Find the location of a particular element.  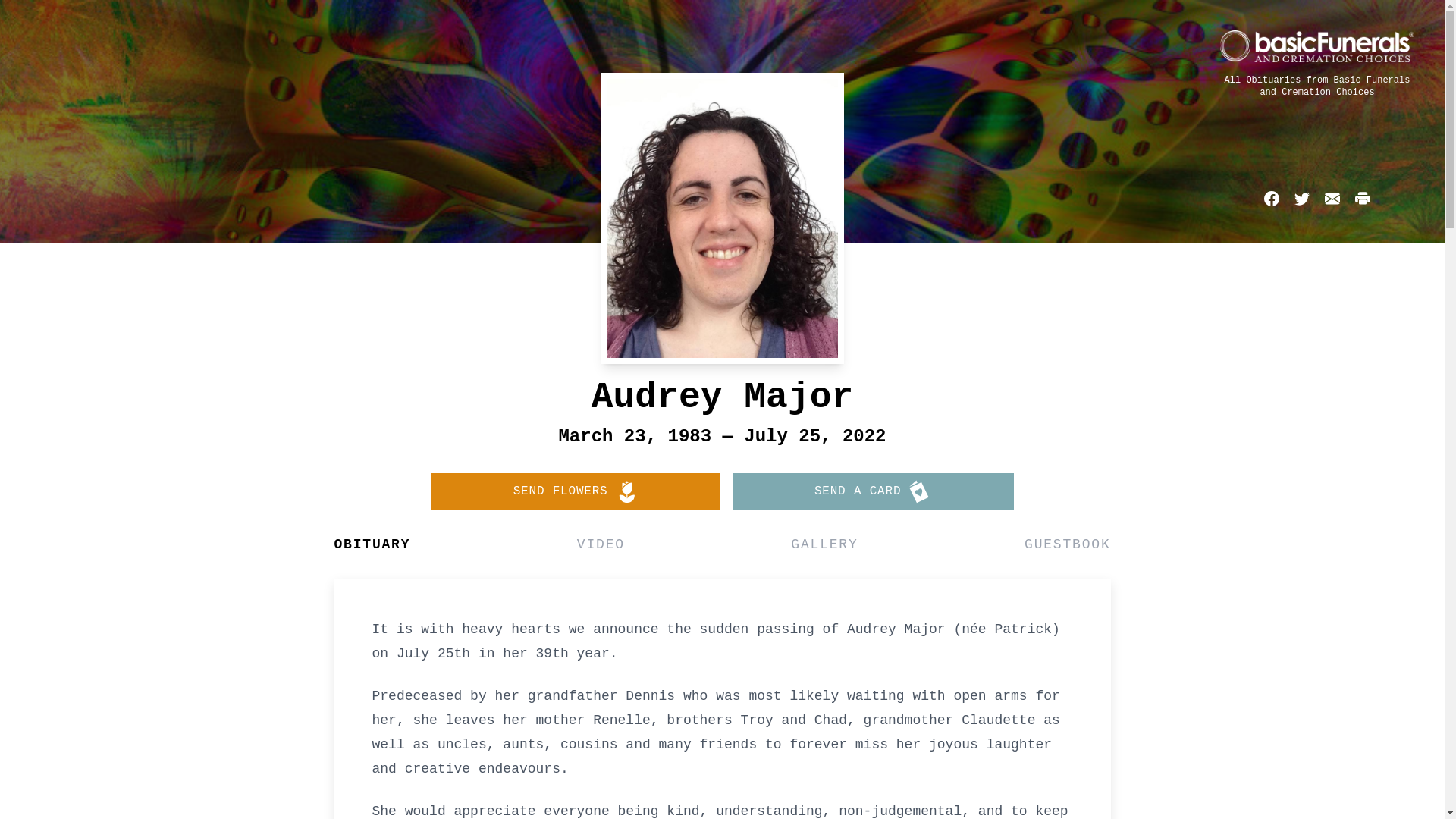

'SEND A CARD' is located at coordinates (873, 491).